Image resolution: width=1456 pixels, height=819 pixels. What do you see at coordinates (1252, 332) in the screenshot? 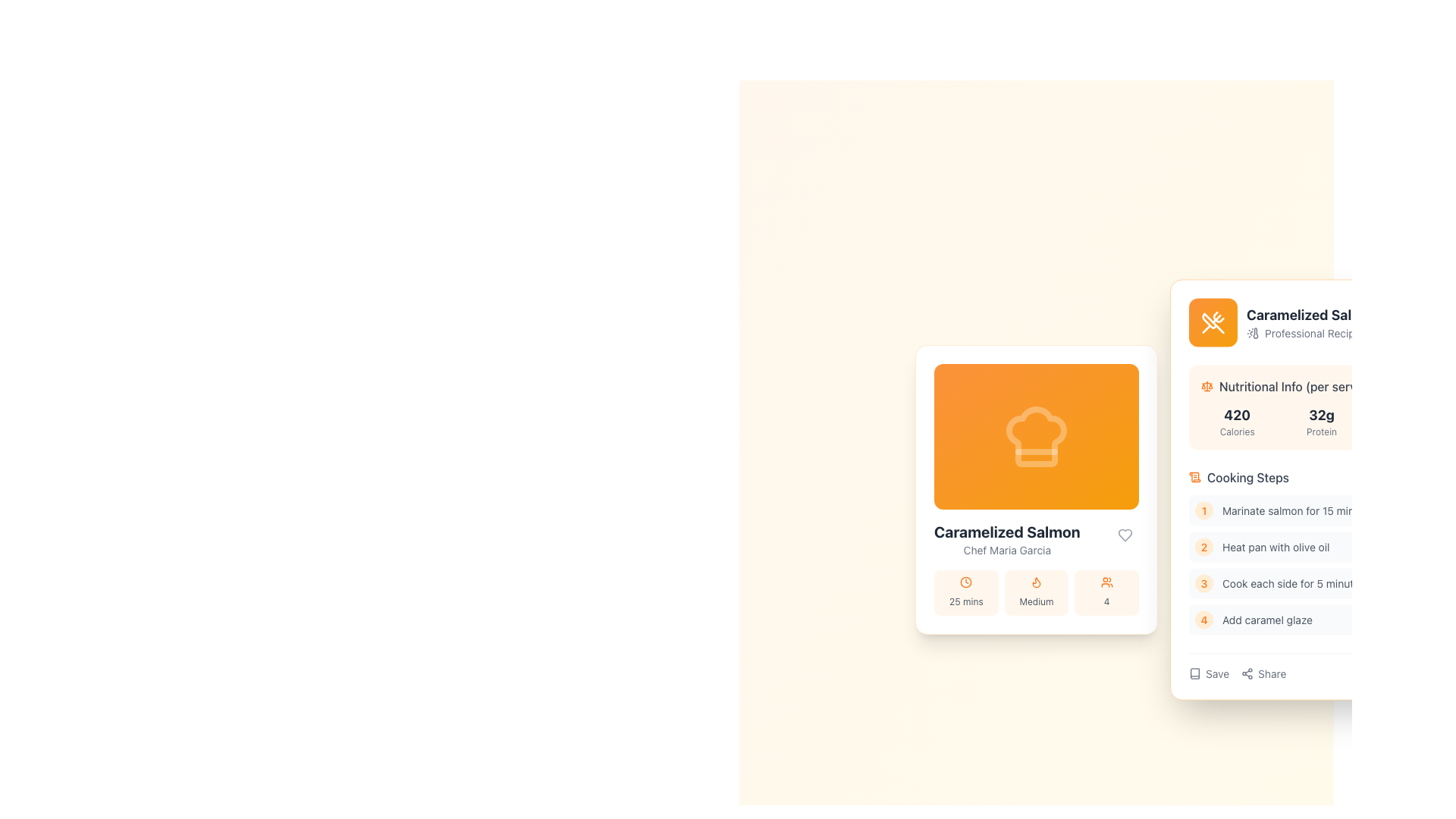
I see `the temperature icon located to the left of the 'Professional Recipe' text in the recipe card section` at bounding box center [1252, 332].